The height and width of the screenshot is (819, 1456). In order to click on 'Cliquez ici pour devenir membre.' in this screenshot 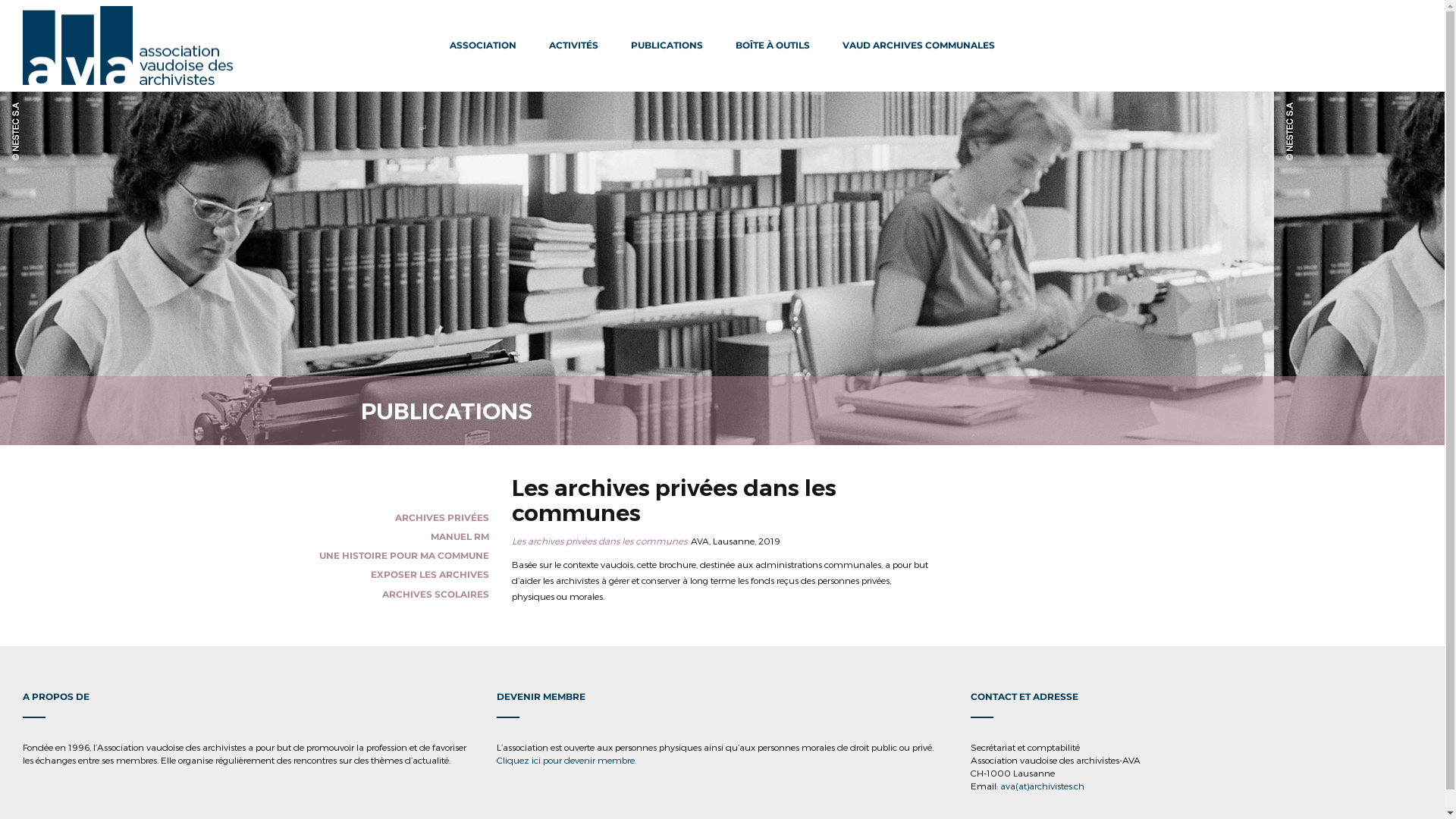, I will do `click(566, 760)`.